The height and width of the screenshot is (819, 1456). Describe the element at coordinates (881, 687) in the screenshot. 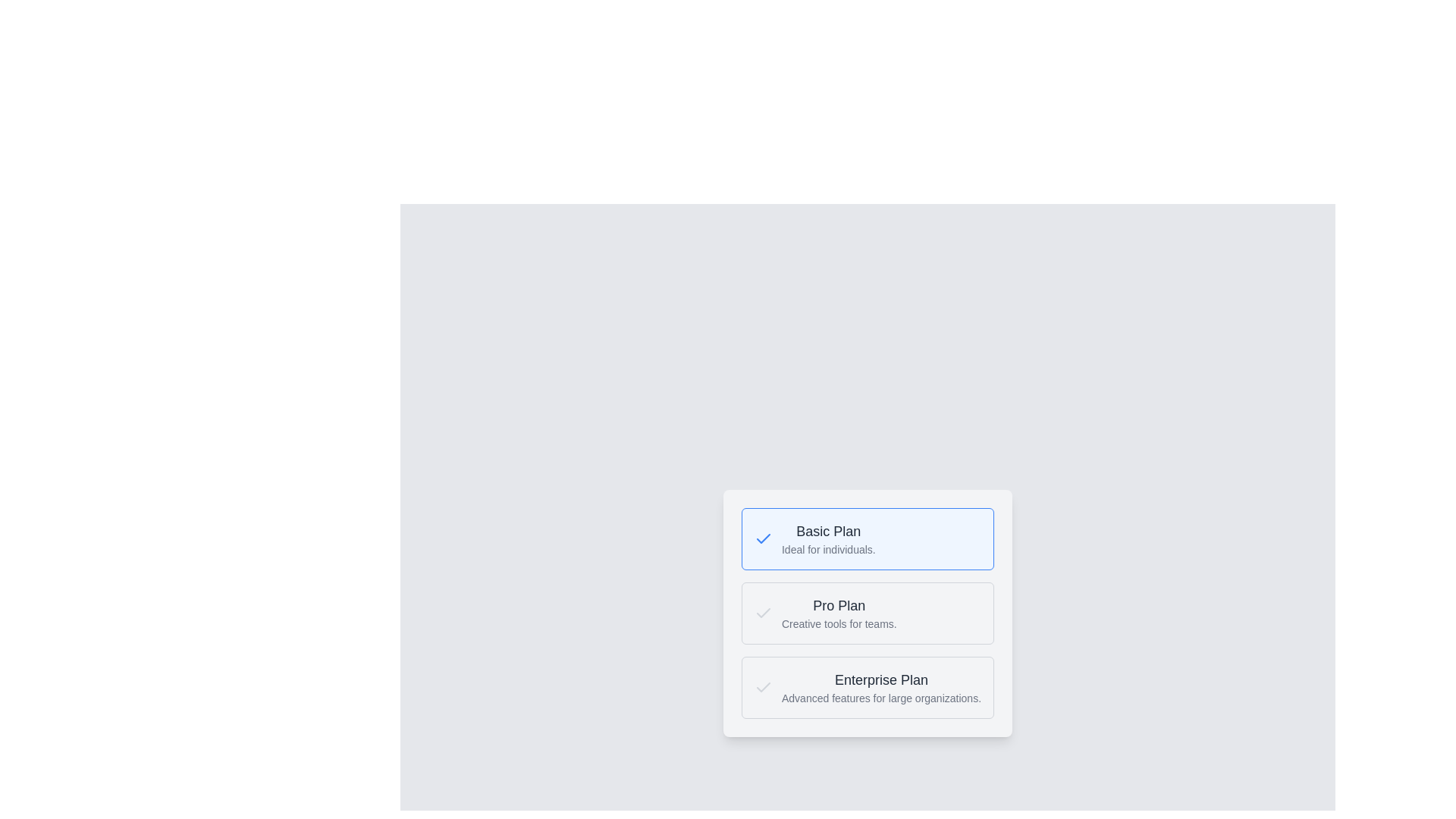

I see `the 'Enterprise Plan' text label, which features a larger bold font for the title and a smaller lighter font for the description, positioned in a bordered rectangular box among a vertical list of plans` at that location.